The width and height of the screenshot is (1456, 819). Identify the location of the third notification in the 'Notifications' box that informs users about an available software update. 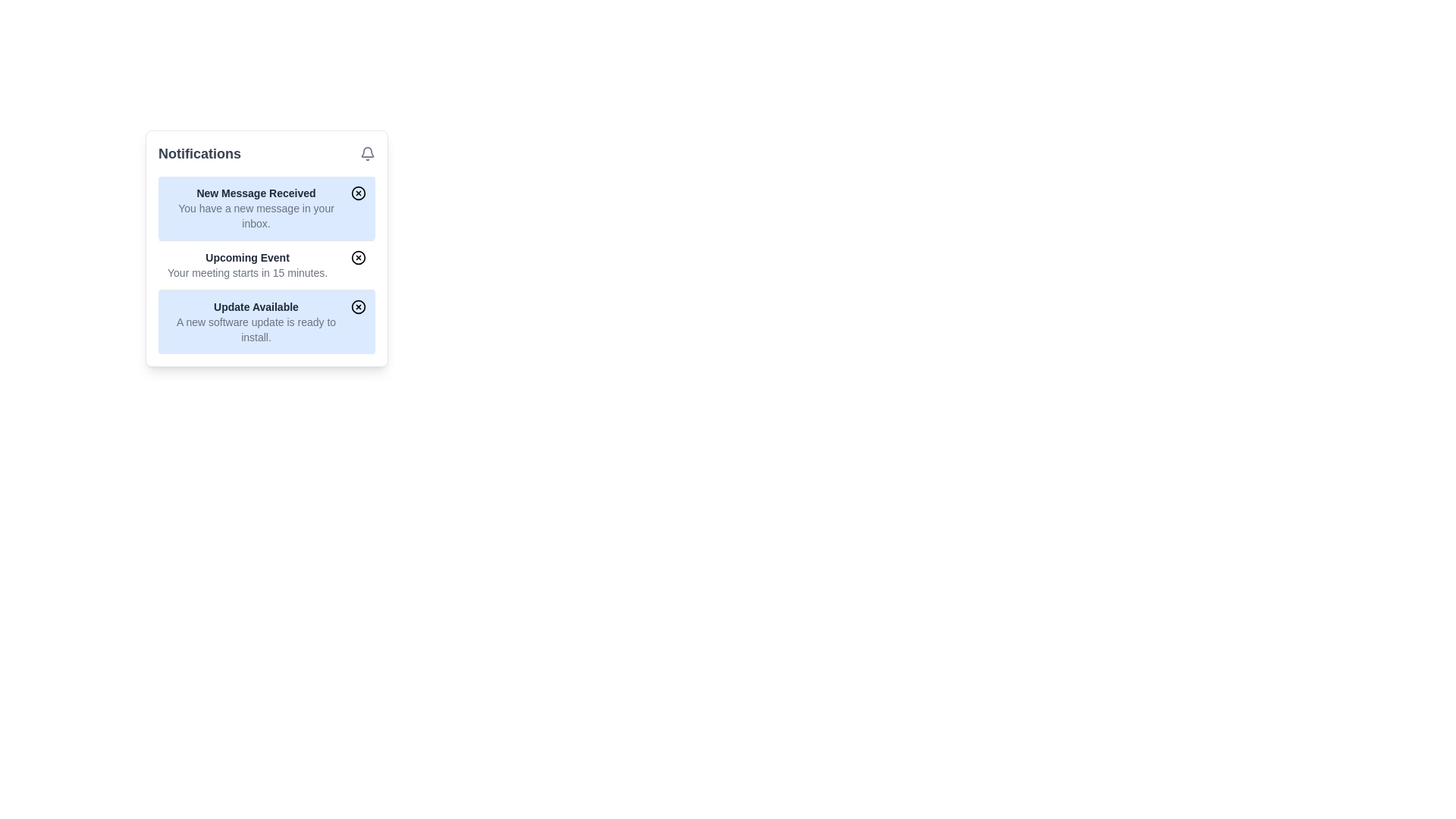
(256, 321).